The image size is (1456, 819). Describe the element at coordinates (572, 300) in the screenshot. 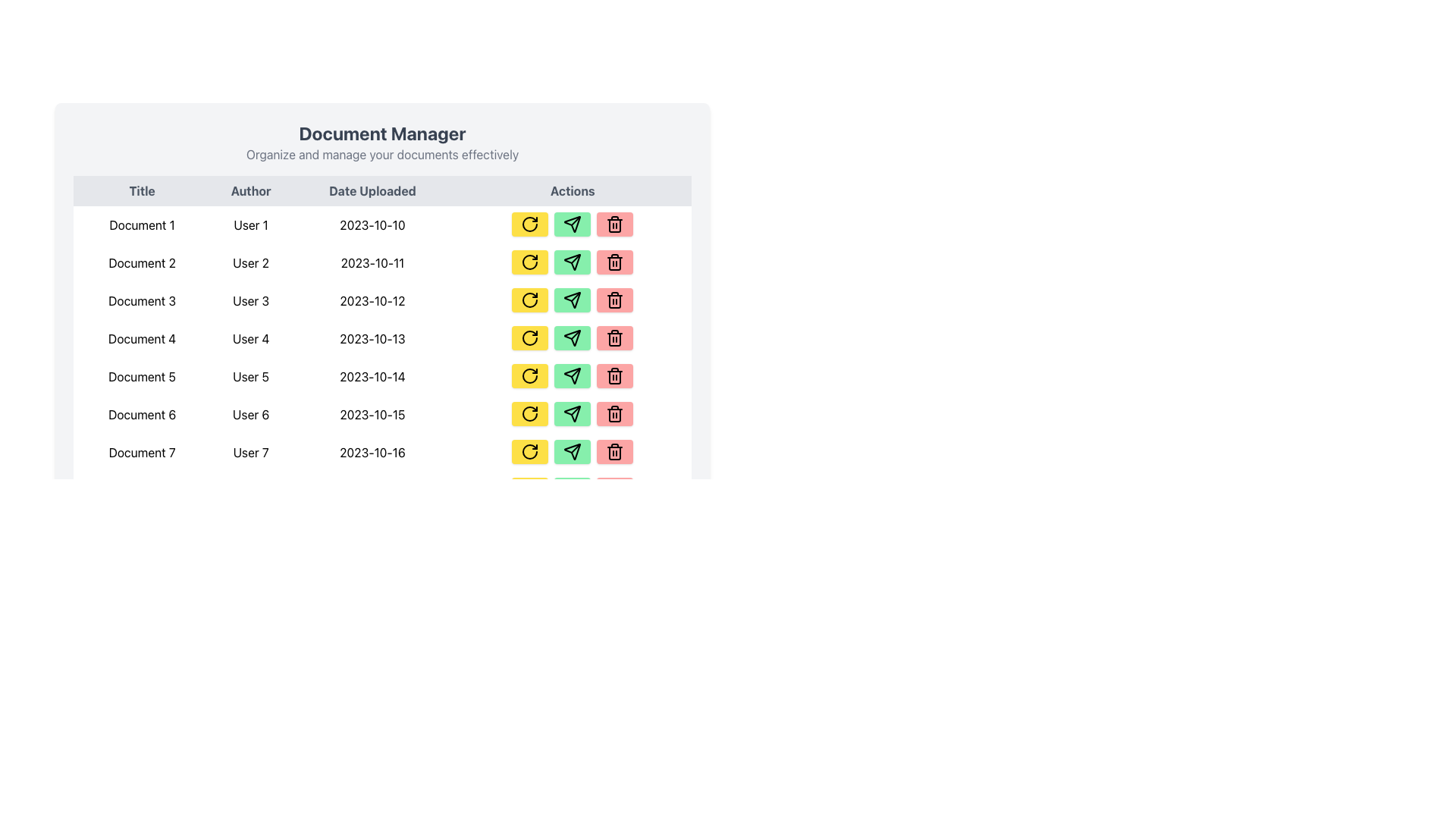

I see `the 'send' button located in the 'Actions' column of the fifth row for the document titled 'Document 5'` at that location.